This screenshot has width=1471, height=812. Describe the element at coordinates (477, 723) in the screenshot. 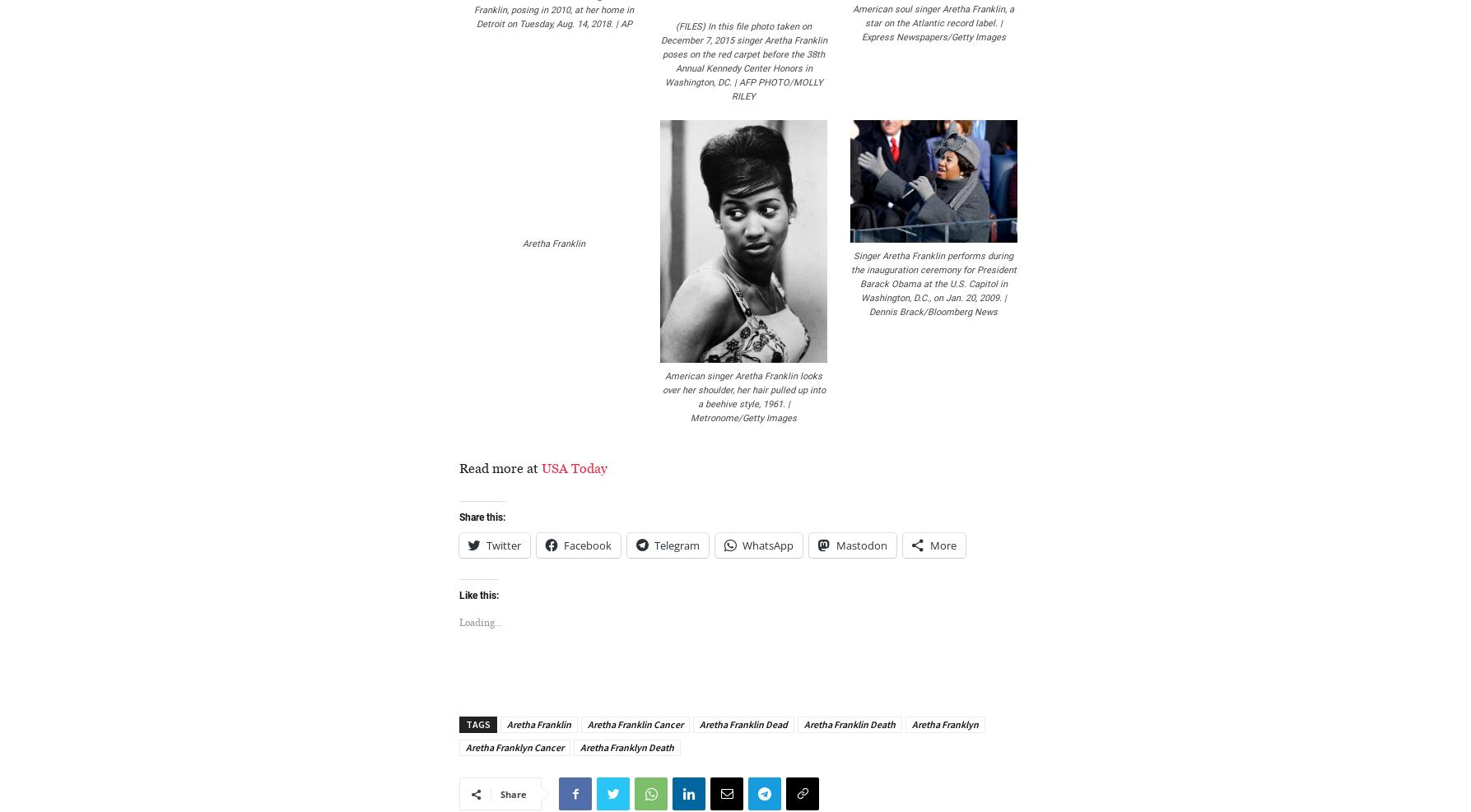

I see `'Tags'` at that location.